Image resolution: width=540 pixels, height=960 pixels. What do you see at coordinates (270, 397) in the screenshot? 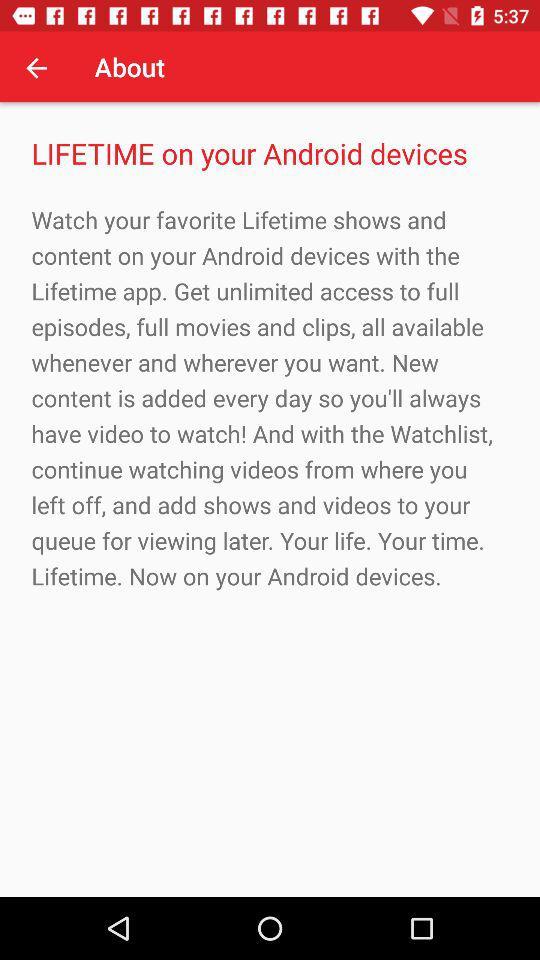
I see `the icon below lifetime on your icon` at bounding box center [270, 397].